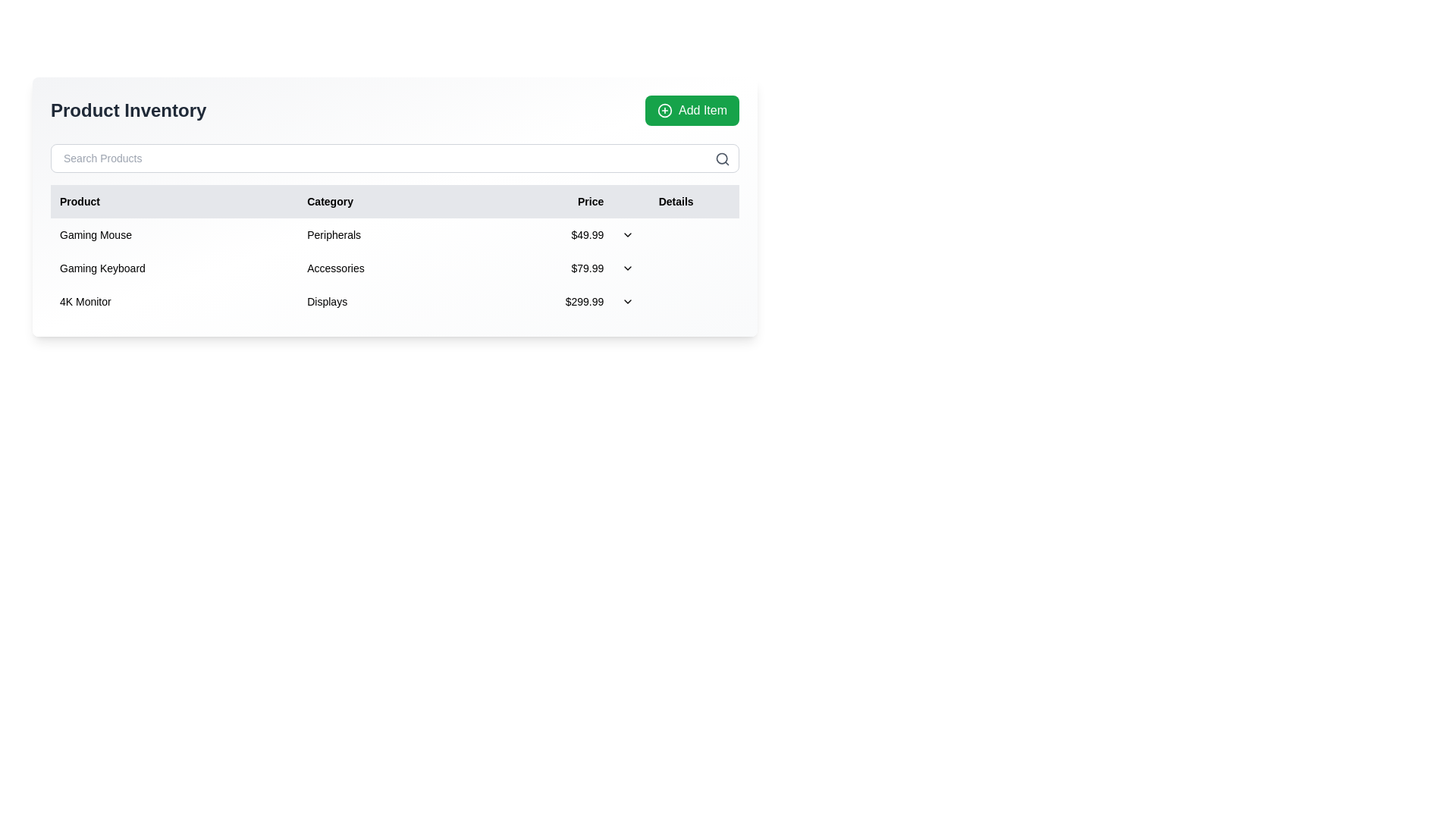  I want to click on the chevron down icon located in the last row of the table under the 'Details' column, so click(628, 301).